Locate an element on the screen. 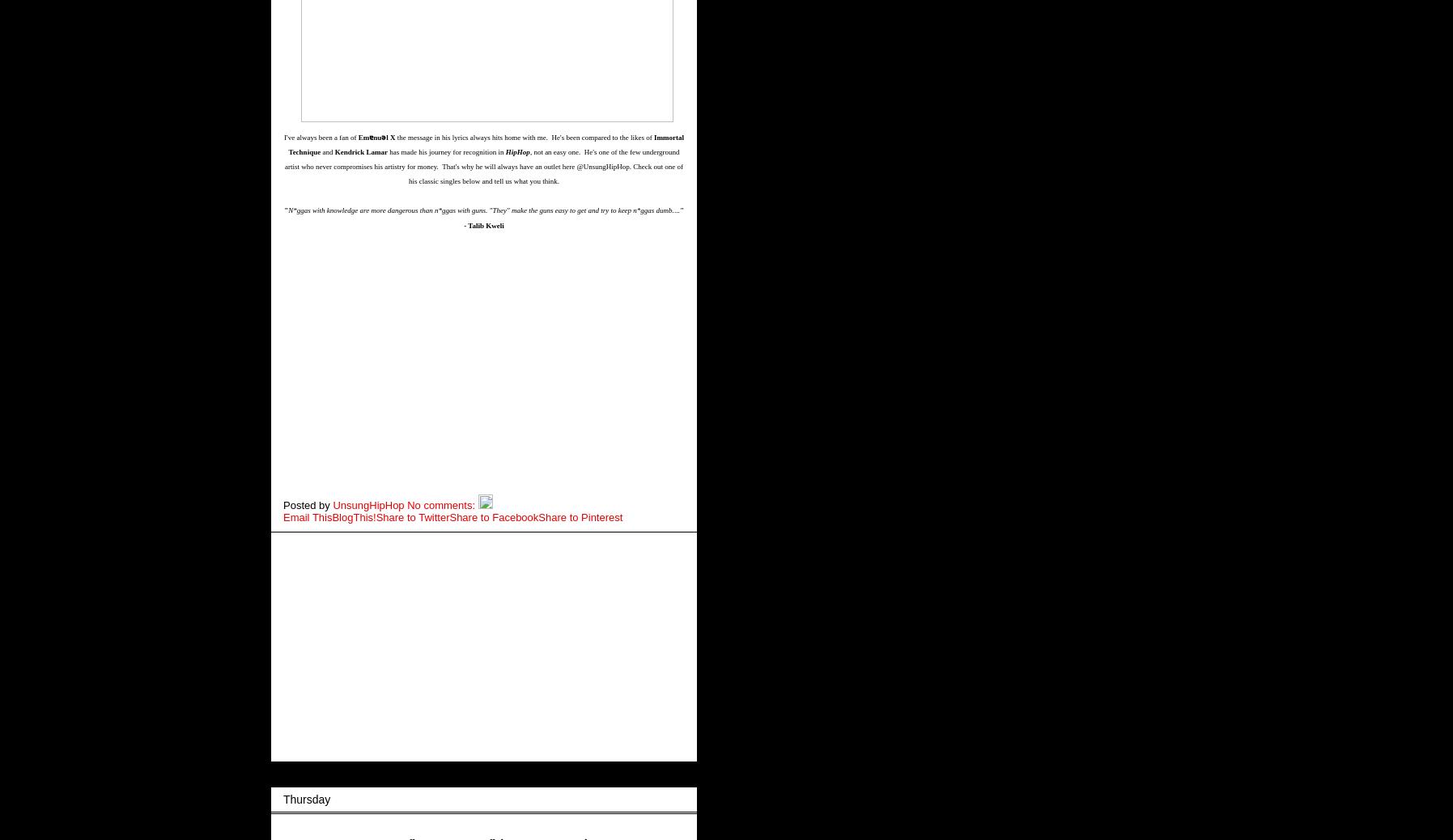 This screenshot has height=840, width=1453. '...' is located at coordinates (675, 210).